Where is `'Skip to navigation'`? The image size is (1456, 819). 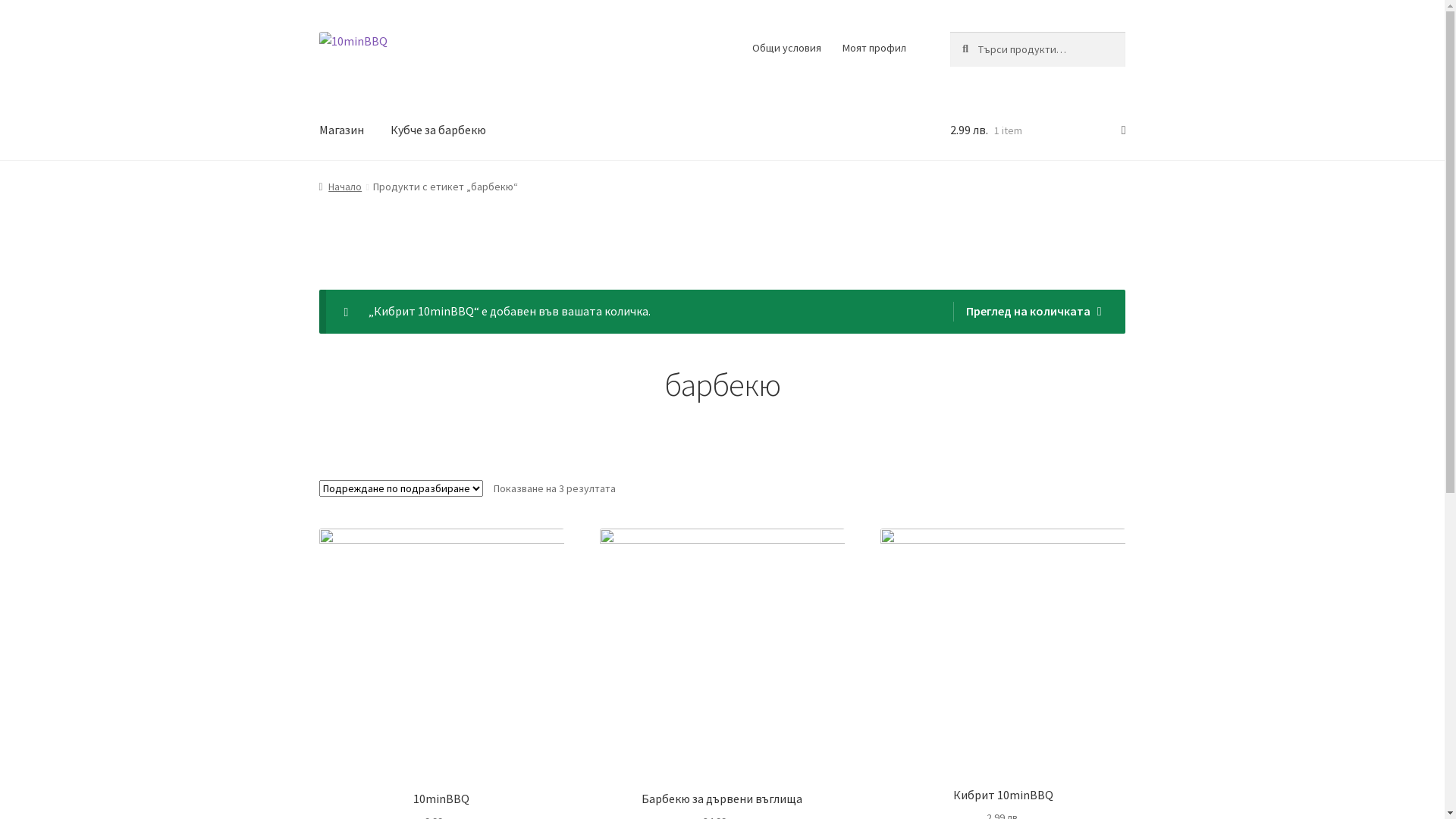
'Skip to navigation' is located at coordinates (318, 31).